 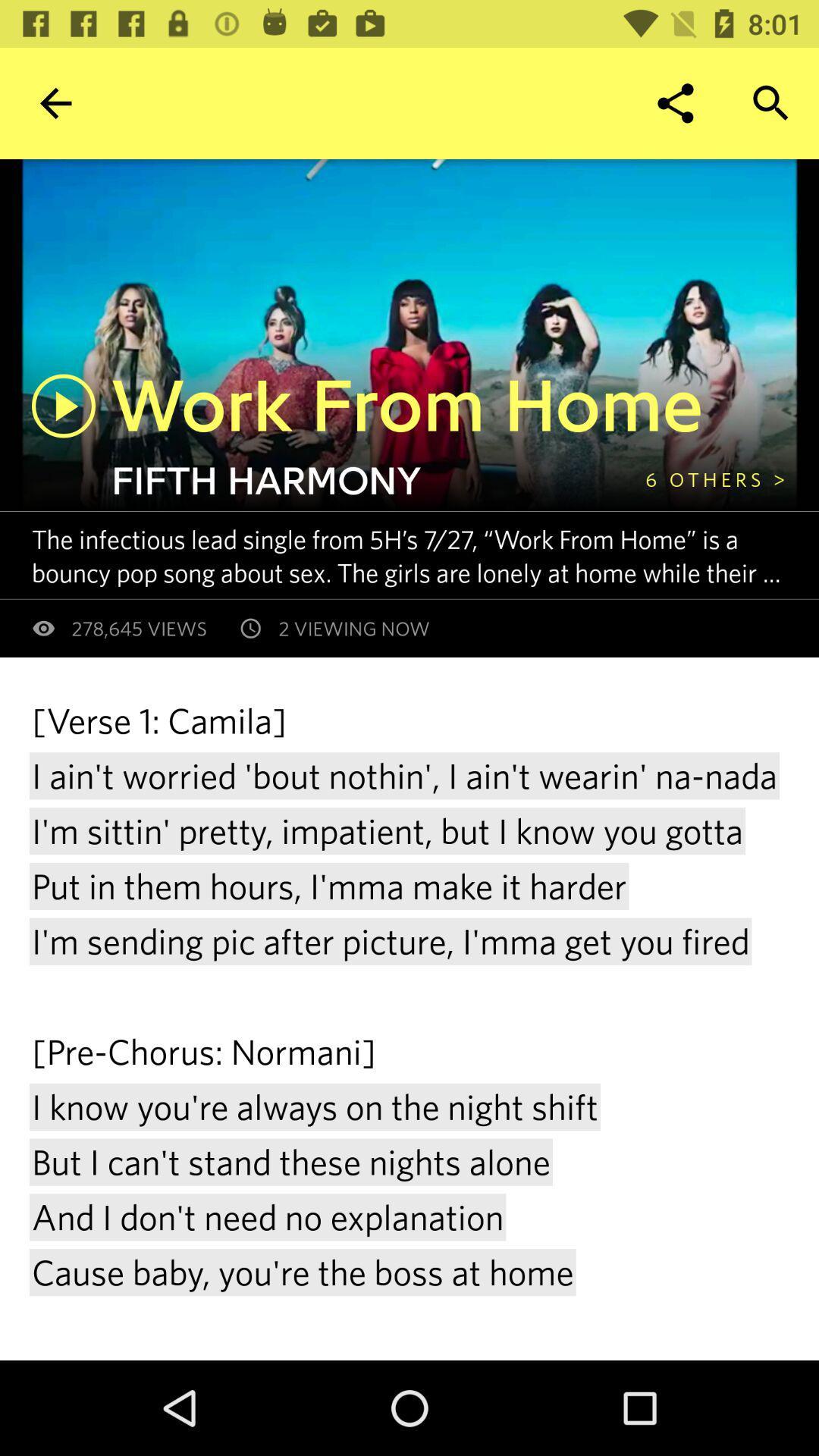 I want to click on play, so click(x=63, y=406).